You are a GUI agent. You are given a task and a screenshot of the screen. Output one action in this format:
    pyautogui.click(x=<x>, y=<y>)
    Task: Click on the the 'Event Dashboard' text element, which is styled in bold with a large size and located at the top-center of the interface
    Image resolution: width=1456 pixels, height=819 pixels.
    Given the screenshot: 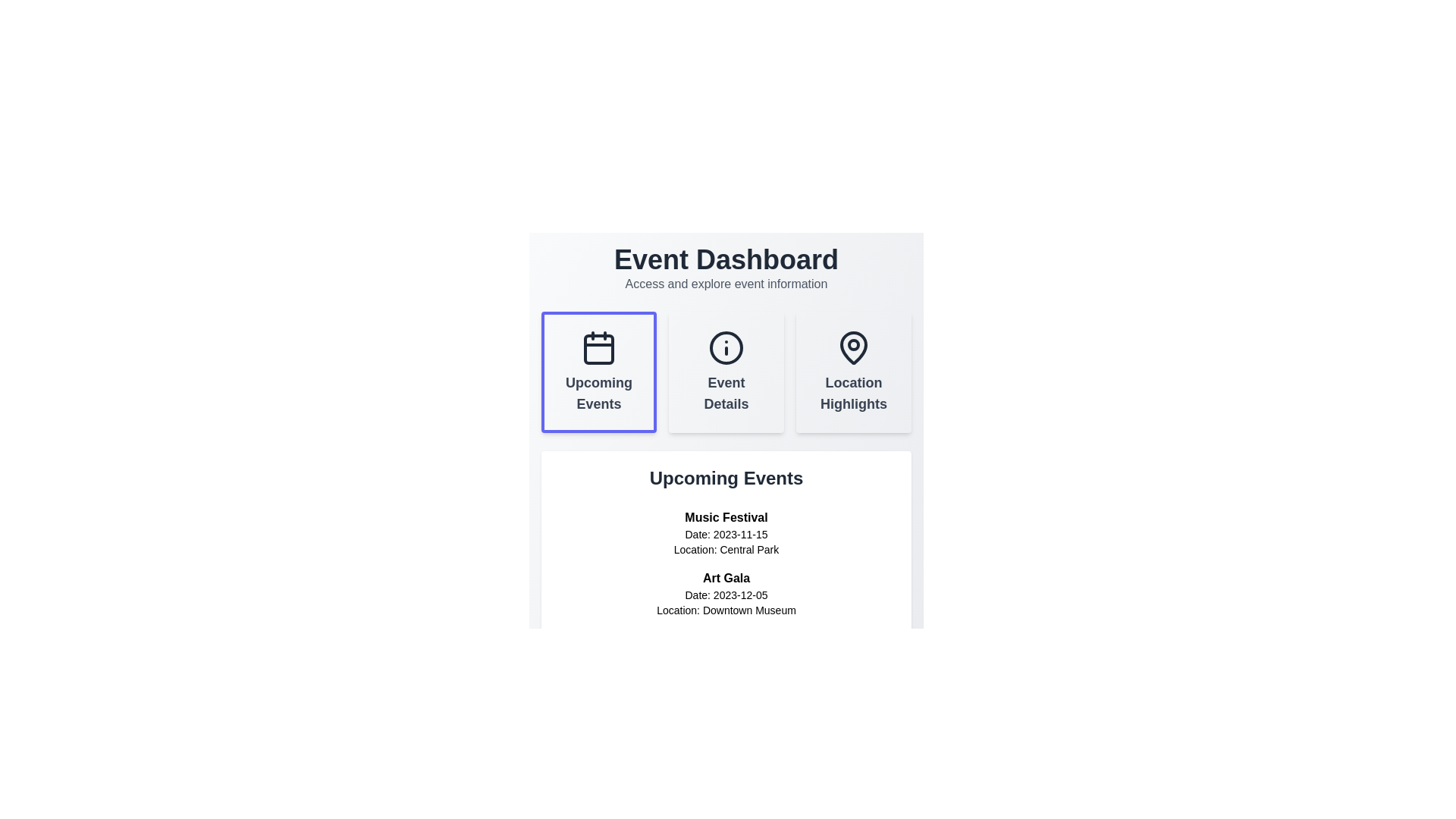 What is the action you would take?
    pyautogui.click(x=726, y=259)
    